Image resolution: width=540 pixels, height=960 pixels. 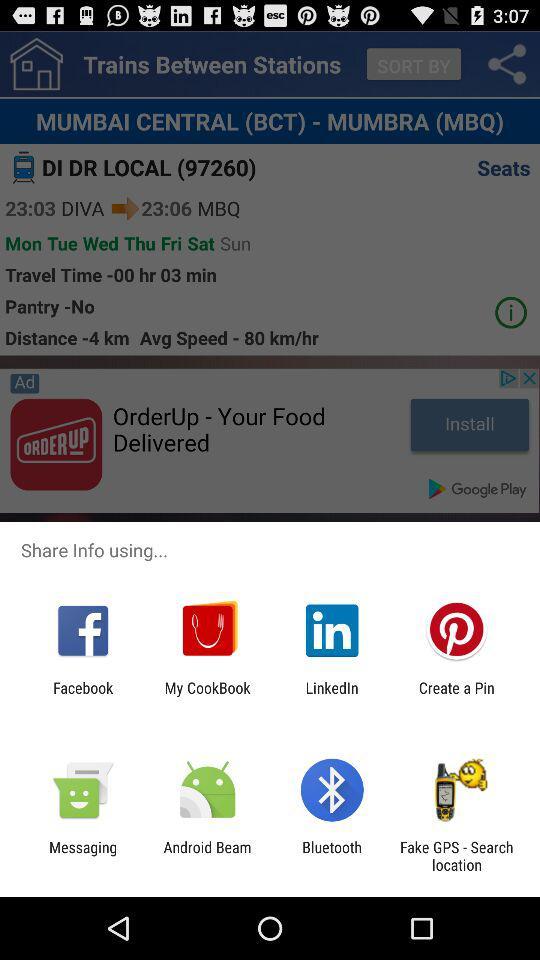 I want to click on the app next to the bluetooth, so click(x=456, y=855).